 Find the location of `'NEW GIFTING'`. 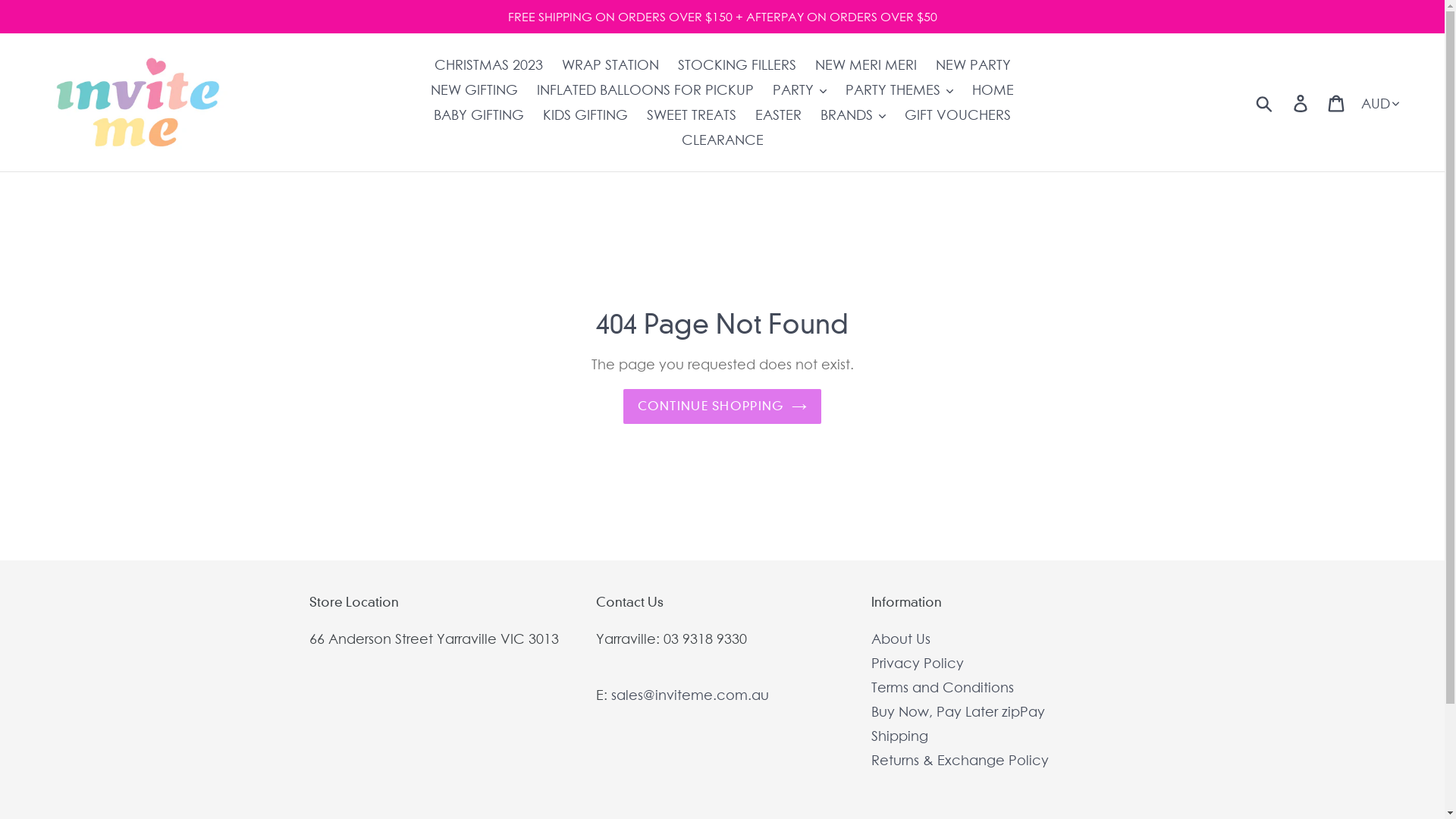

'NEW GIFTING' is located at coordinates (473, 89).